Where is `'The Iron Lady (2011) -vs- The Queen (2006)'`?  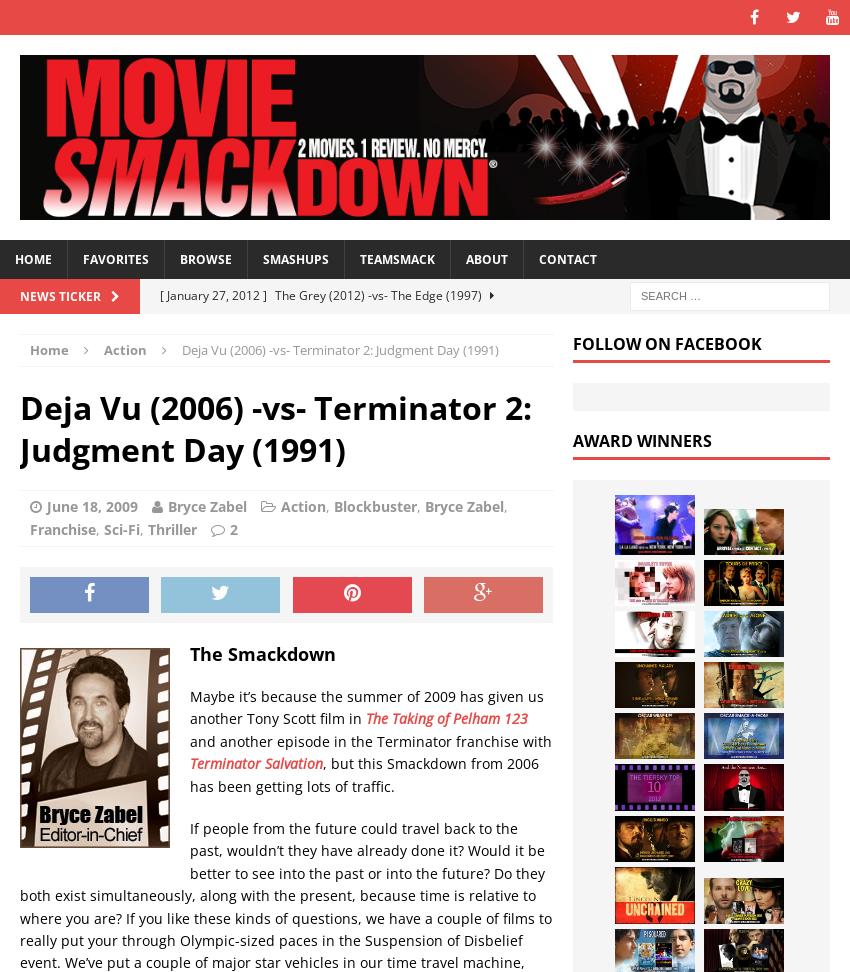
'The Iron Lady (2011) -vs- The Queen (2006)' is located at coordinates (411, 397).